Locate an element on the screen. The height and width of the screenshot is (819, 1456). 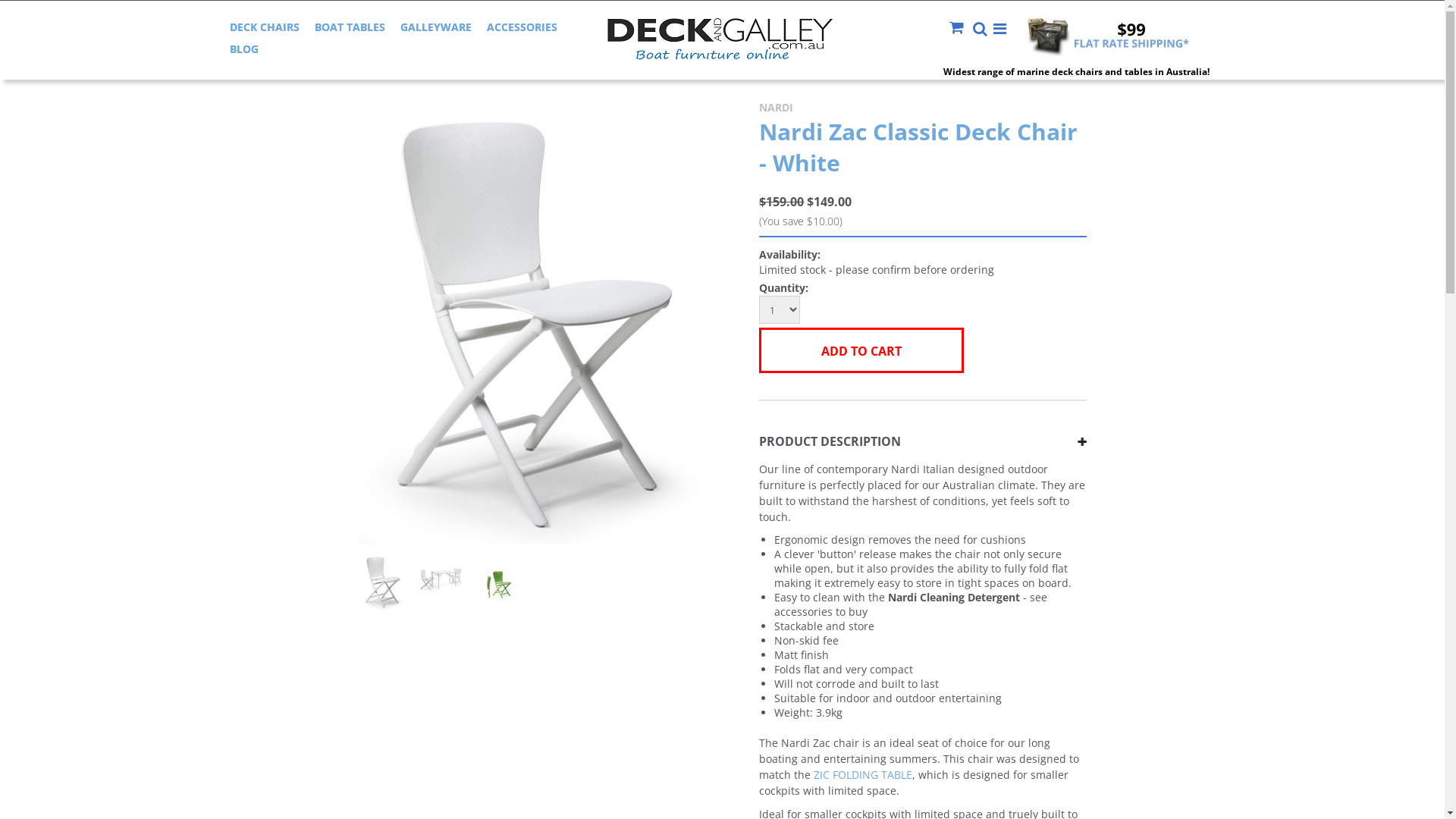
'View Cart' is located at coordinates (959, 29).